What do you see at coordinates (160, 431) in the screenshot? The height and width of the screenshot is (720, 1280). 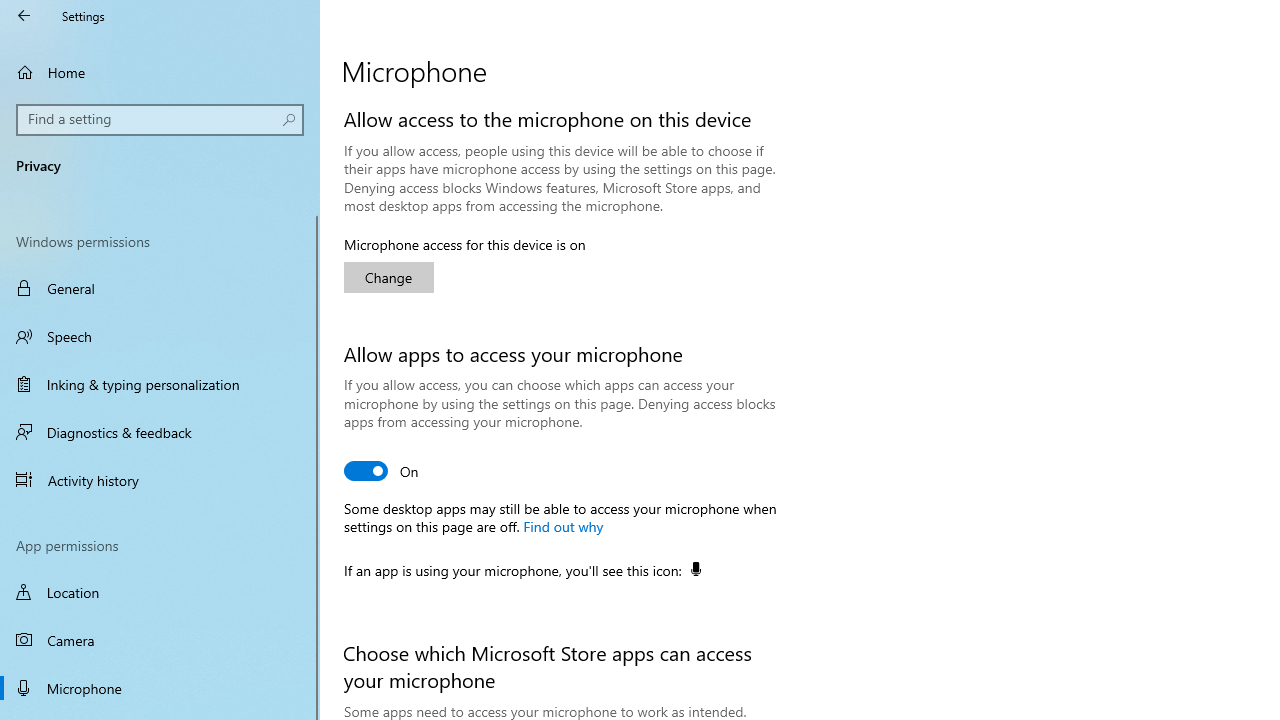 I see `'Diagnostics & feedback'` at bounding box center [160, 431].